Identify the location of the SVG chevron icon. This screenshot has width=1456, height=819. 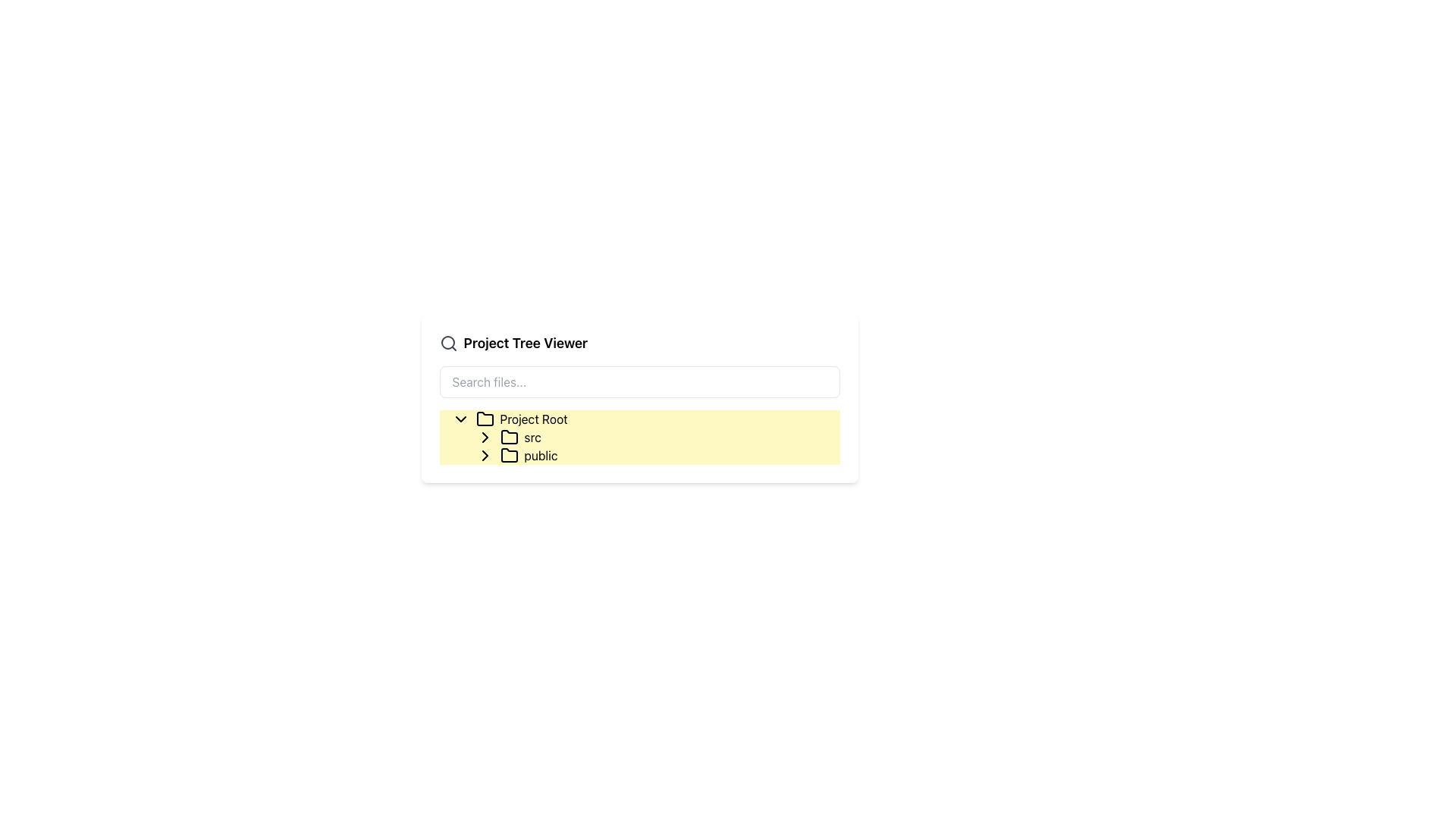
(484, 438).